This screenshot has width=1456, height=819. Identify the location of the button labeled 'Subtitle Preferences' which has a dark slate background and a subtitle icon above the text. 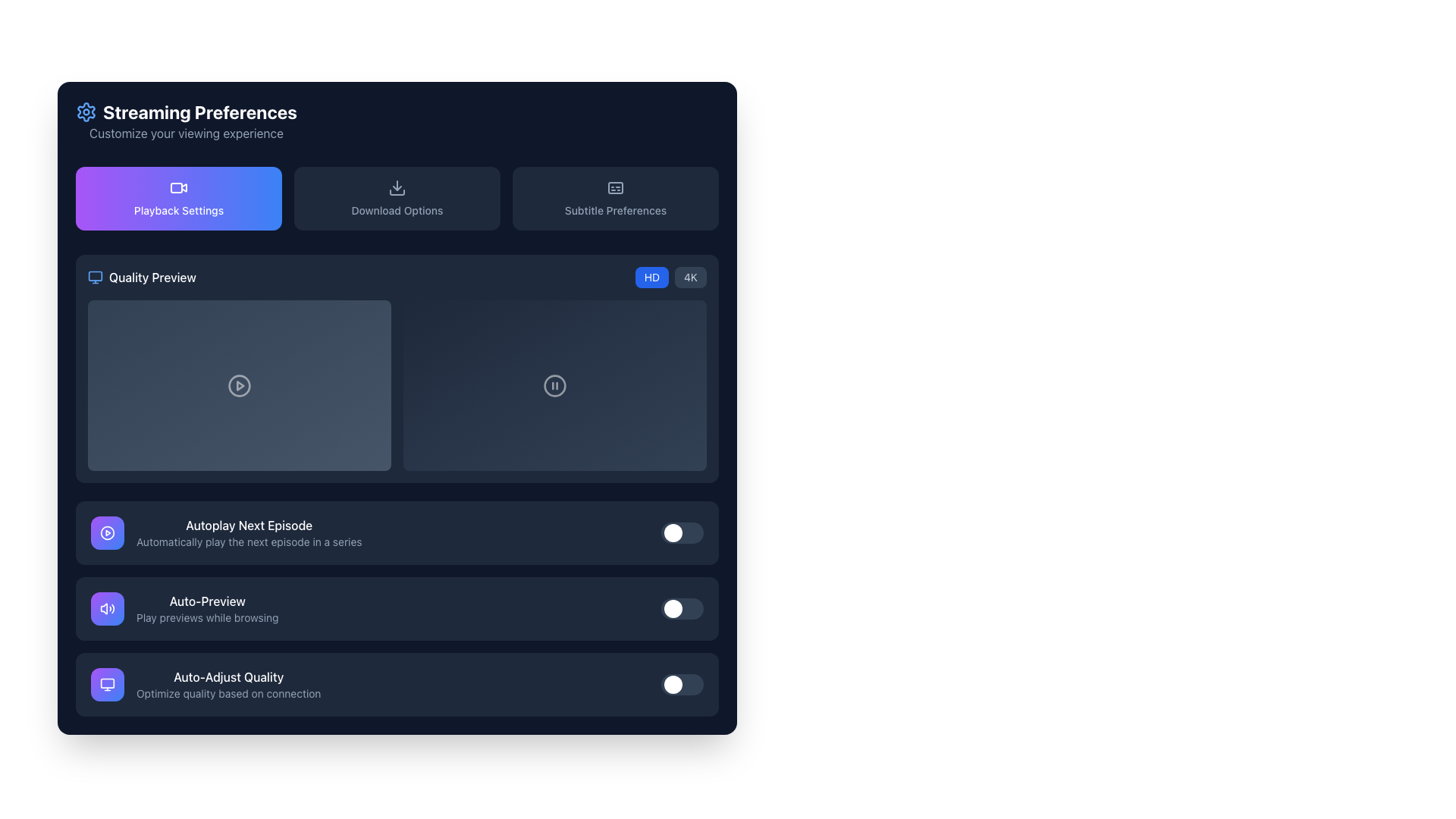
(615, 198).